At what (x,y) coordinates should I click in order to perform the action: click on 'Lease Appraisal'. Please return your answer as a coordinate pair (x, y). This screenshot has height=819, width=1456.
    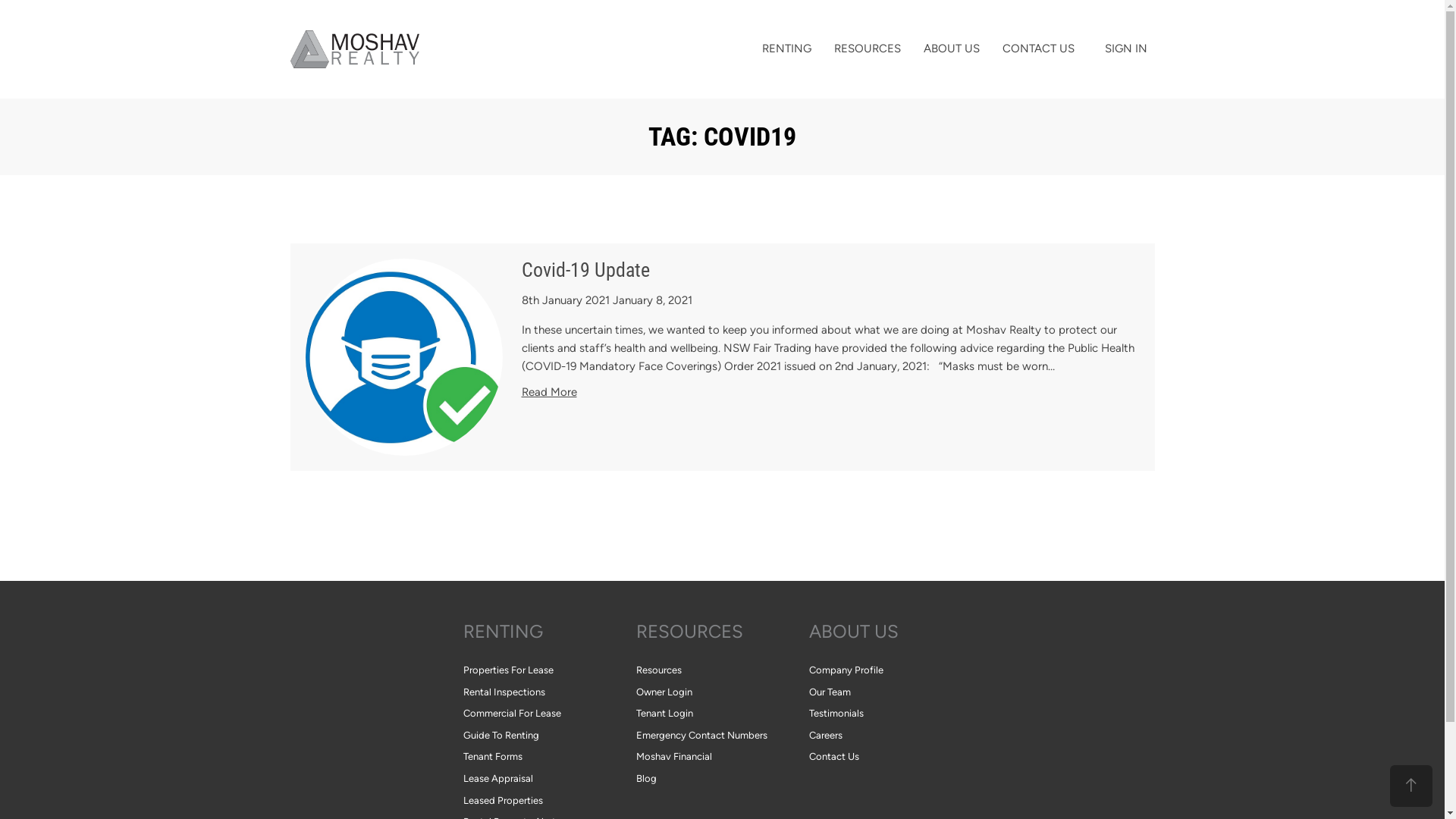
    Looking at the image, I should click on (548, 779).